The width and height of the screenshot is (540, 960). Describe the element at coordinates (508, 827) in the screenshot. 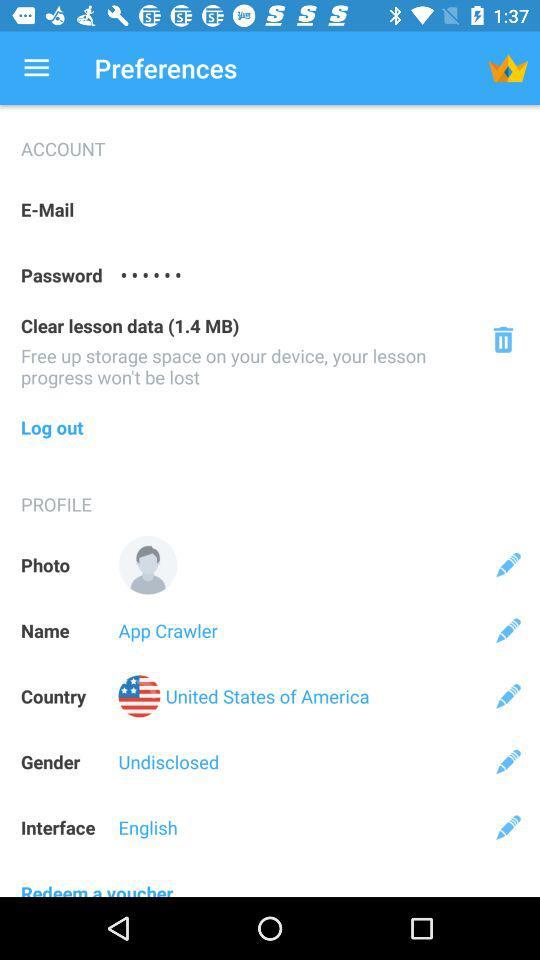

I see `the edit icon` at that location.